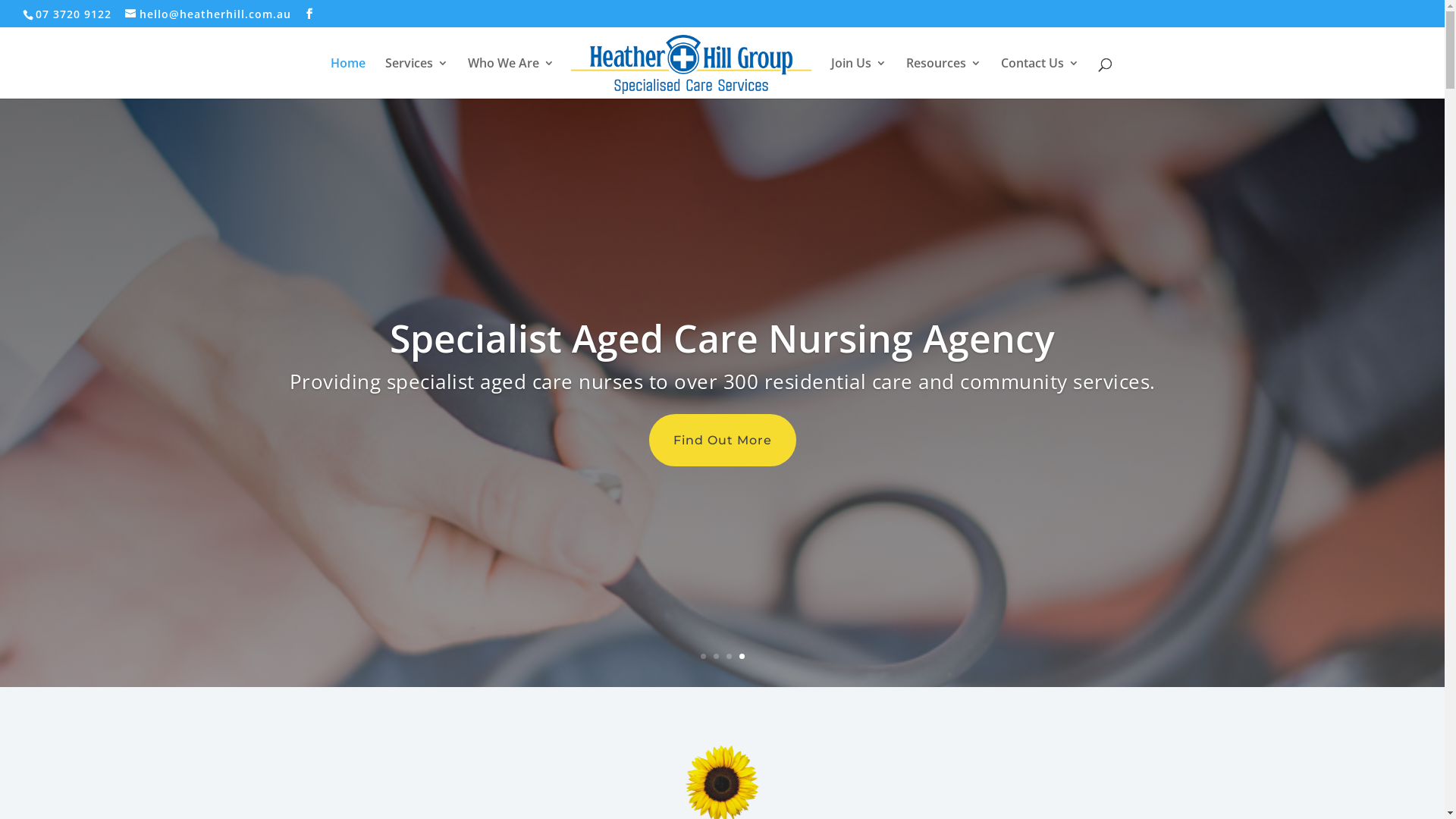  Describe the element at coordinates (1039, 78) in the screenshot. I see `'Contact Us'` at that location.